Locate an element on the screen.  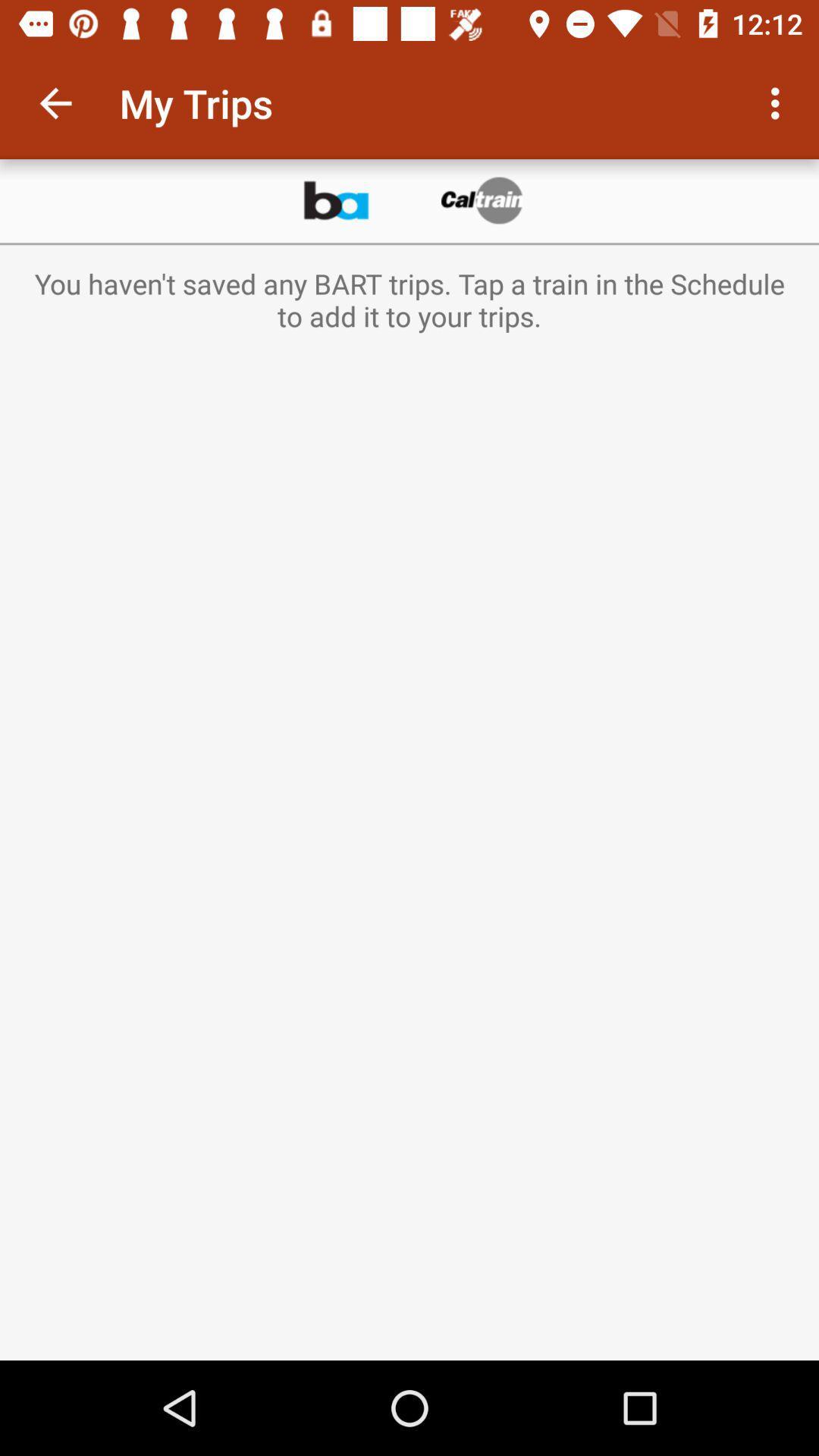
payment option is located at coordinates (483, 200).